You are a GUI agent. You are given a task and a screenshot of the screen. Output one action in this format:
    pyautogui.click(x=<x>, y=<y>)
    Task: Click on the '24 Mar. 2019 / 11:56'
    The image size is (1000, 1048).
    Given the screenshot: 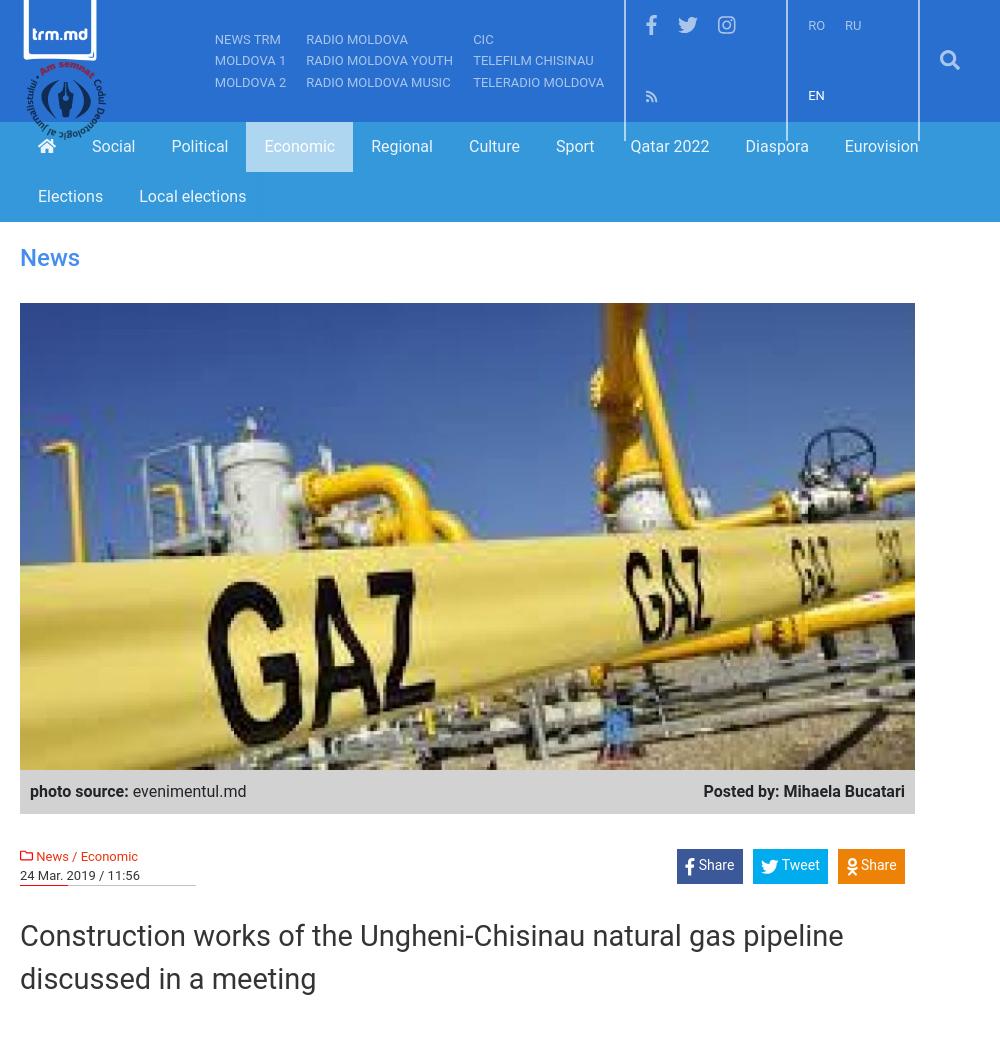 What is the action you would take?
    pyautogui.click(x=20, y=874)
    